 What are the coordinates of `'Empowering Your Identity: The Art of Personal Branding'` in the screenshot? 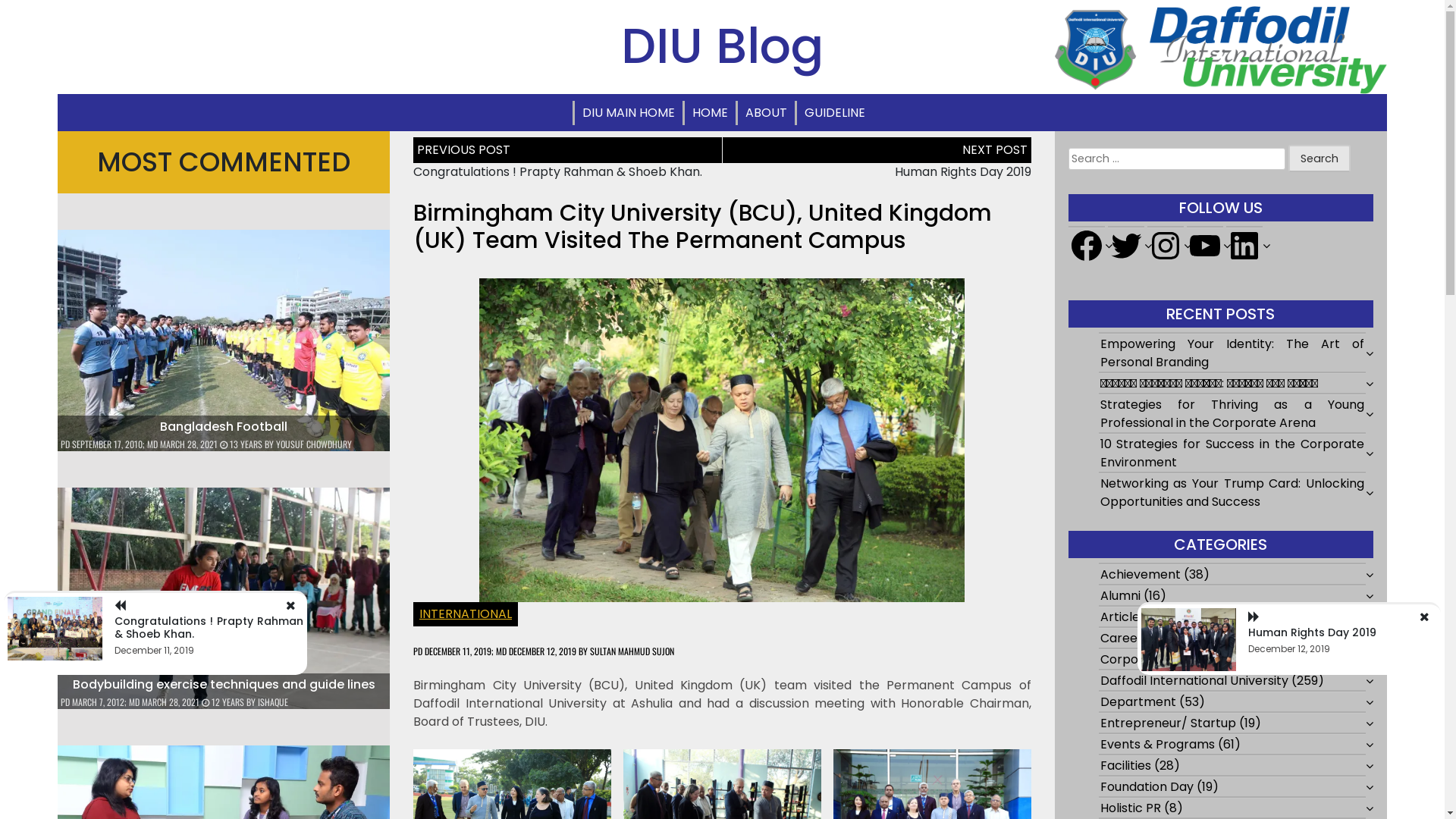 It's located at (1232, 353).